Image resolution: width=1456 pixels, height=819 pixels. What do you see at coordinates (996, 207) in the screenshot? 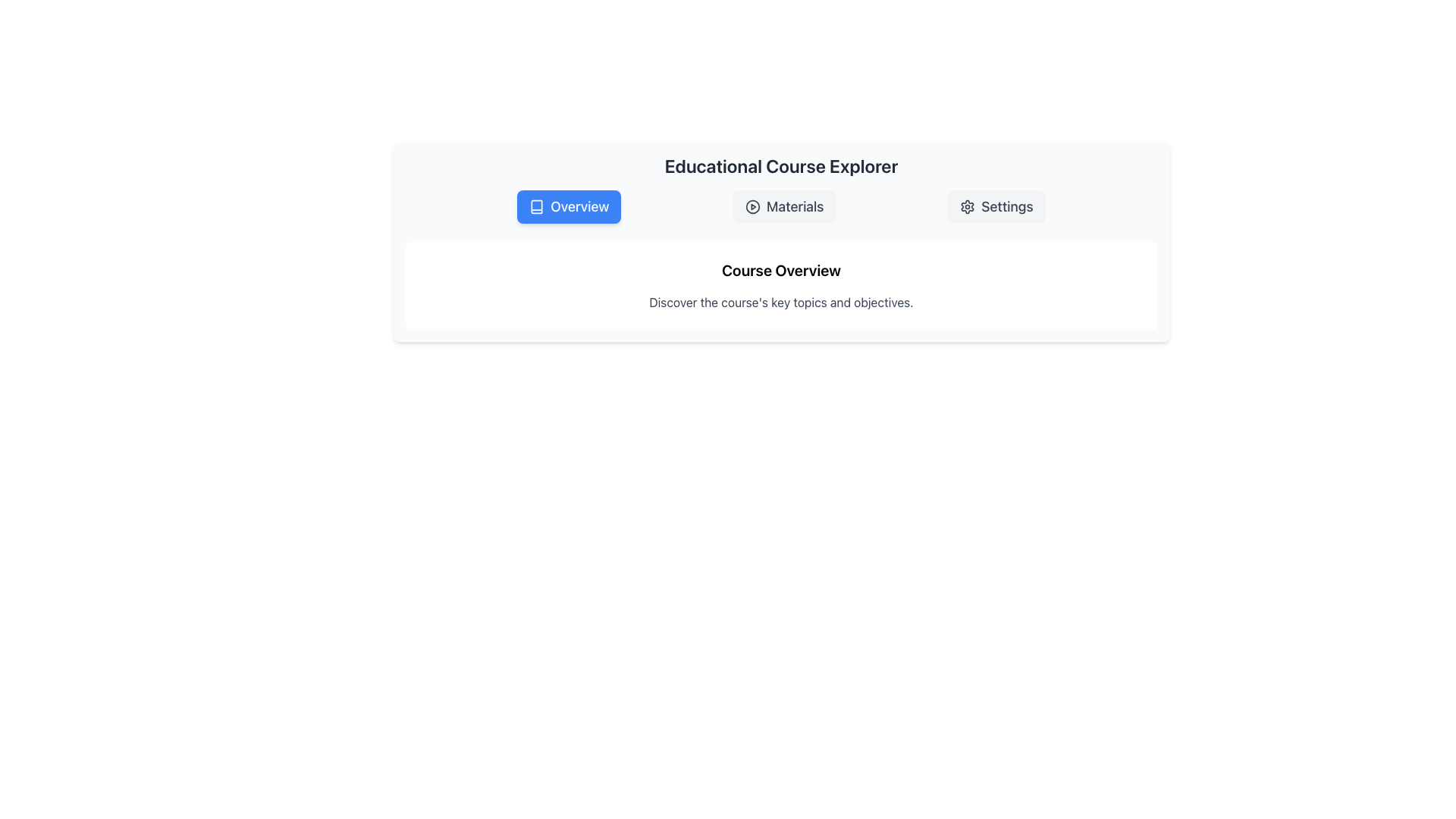
I see `the settings button located in the rightmost position of three buttons in the horizontal navigation section titled 'Educational Course Explorer'` at bounding box center [996, 207].